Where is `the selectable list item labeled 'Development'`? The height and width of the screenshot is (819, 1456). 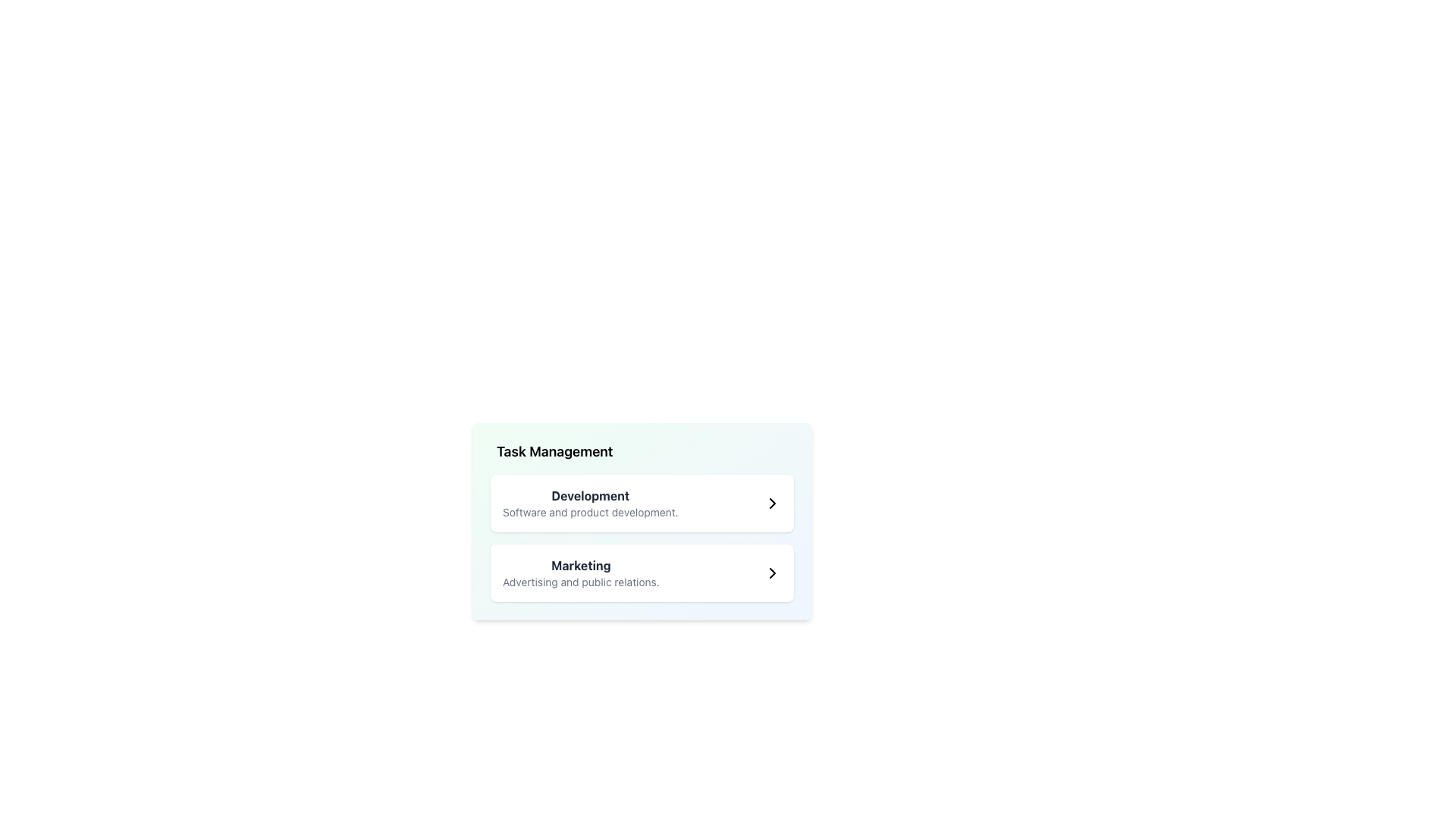
the selectable list item labeled 'Development' is located at coordinates (642, 503).